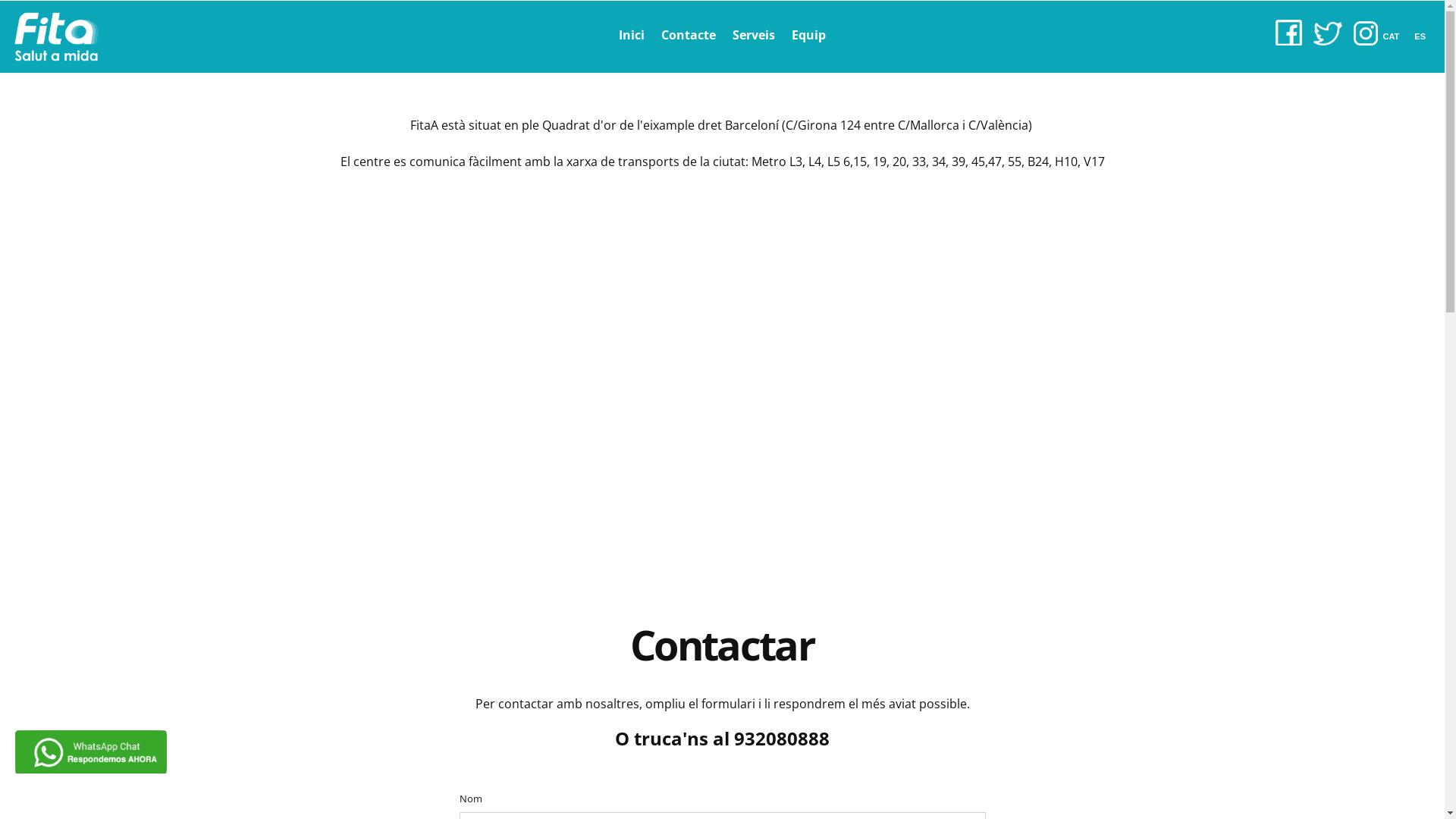  I want to click on 'CAT', so click(1395, 35).